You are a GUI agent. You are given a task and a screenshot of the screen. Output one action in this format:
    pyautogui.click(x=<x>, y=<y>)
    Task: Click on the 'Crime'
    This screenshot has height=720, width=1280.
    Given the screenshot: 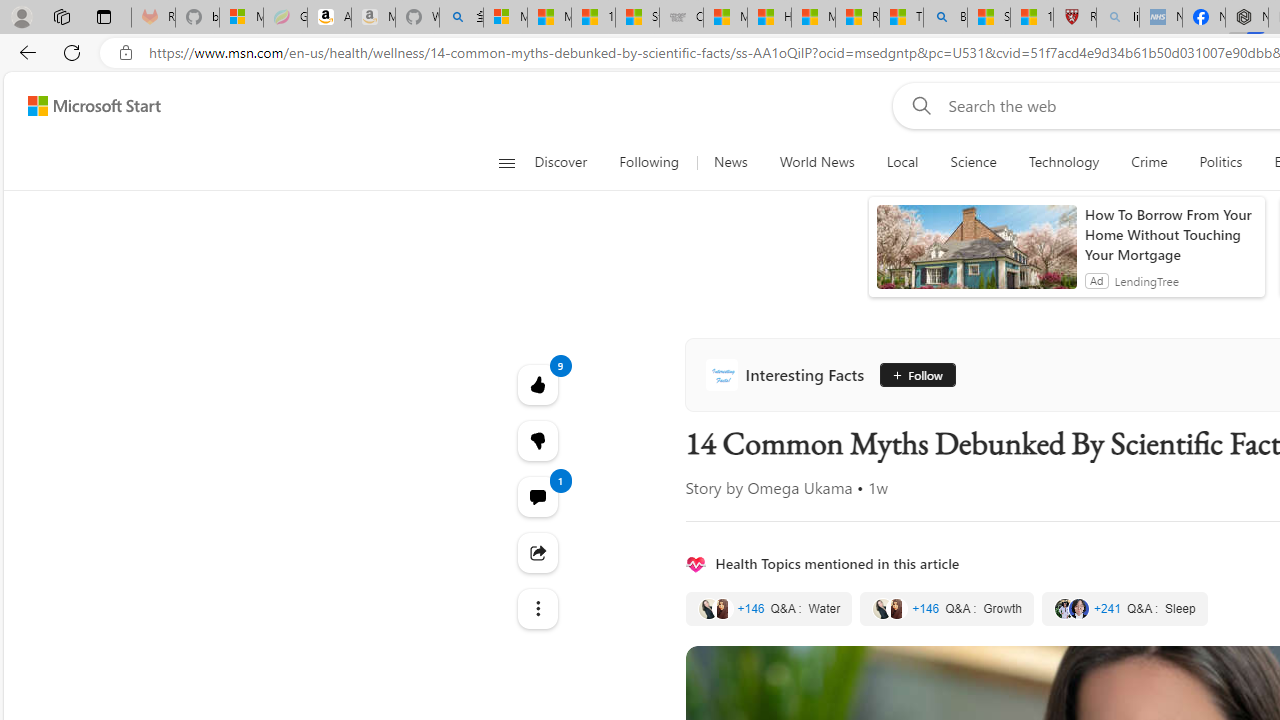 What is the action you would take?
    pyautogui.click(x=1149, y=162)
    